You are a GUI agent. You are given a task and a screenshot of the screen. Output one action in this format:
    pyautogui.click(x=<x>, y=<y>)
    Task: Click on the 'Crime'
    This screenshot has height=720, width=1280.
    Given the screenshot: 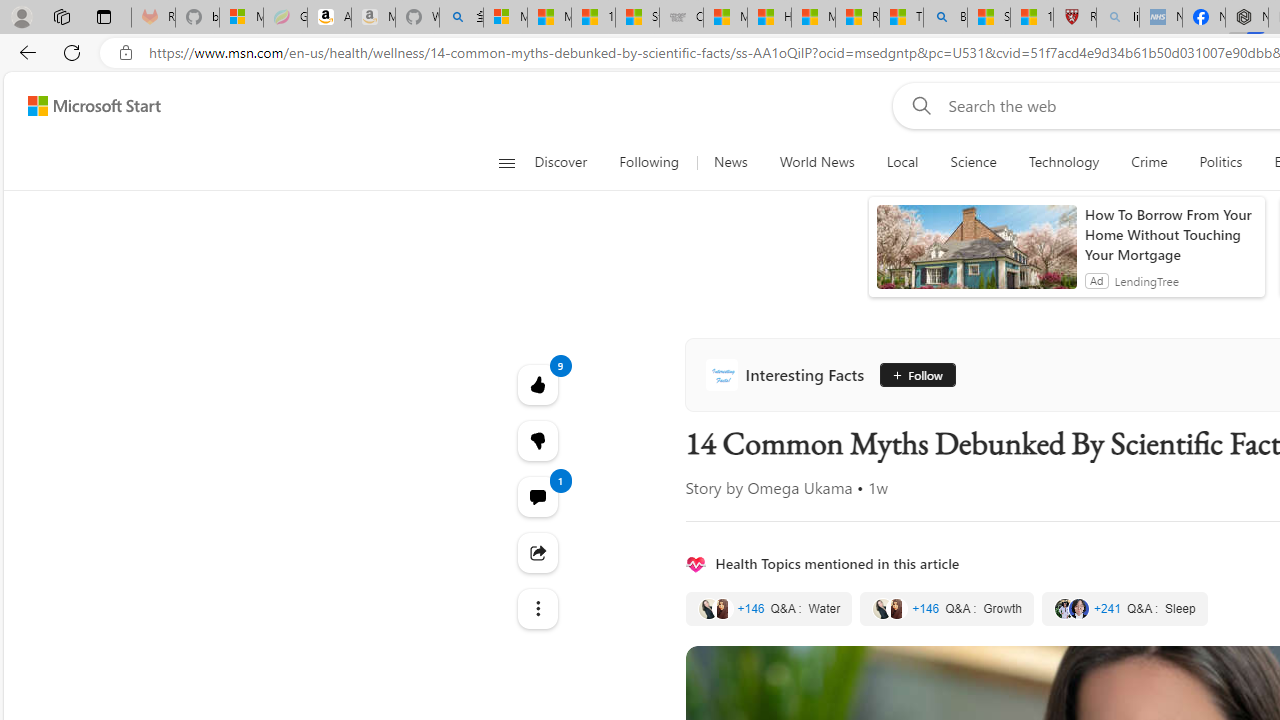 What is the action you would take?
    pyautogui.click(x=1149, y=162)
    